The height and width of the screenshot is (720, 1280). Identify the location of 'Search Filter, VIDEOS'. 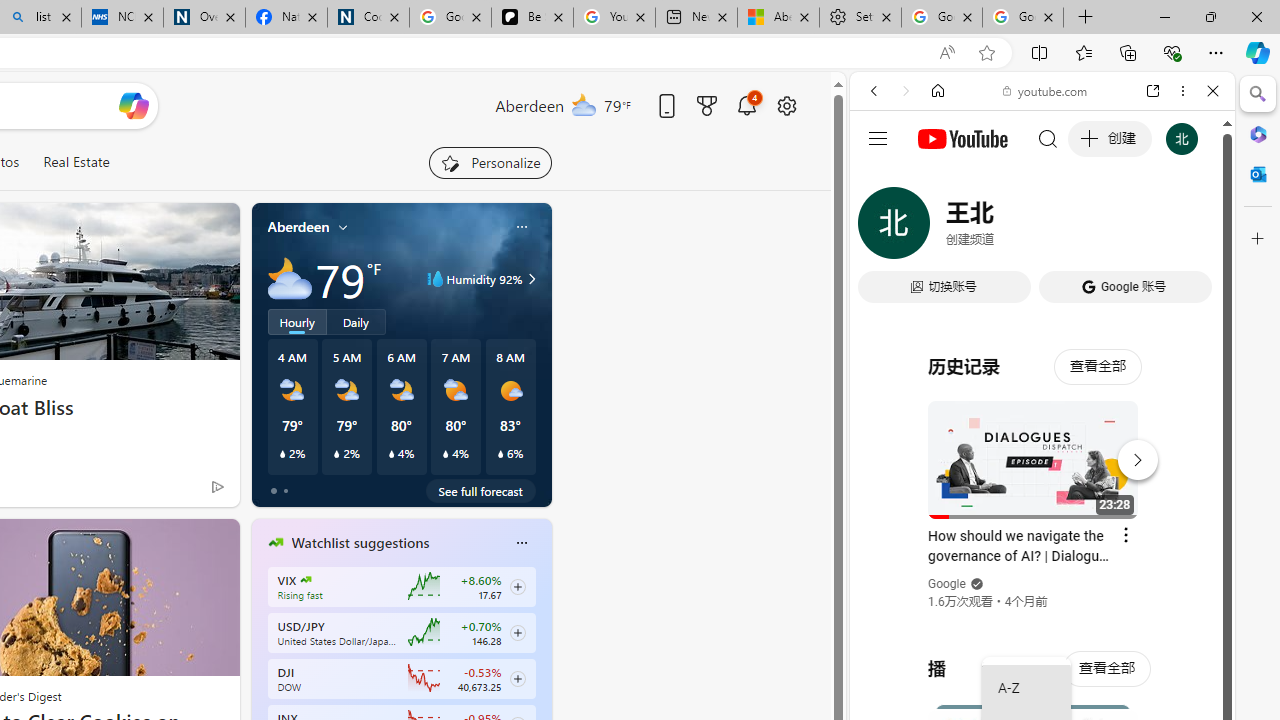
(1006, 227).